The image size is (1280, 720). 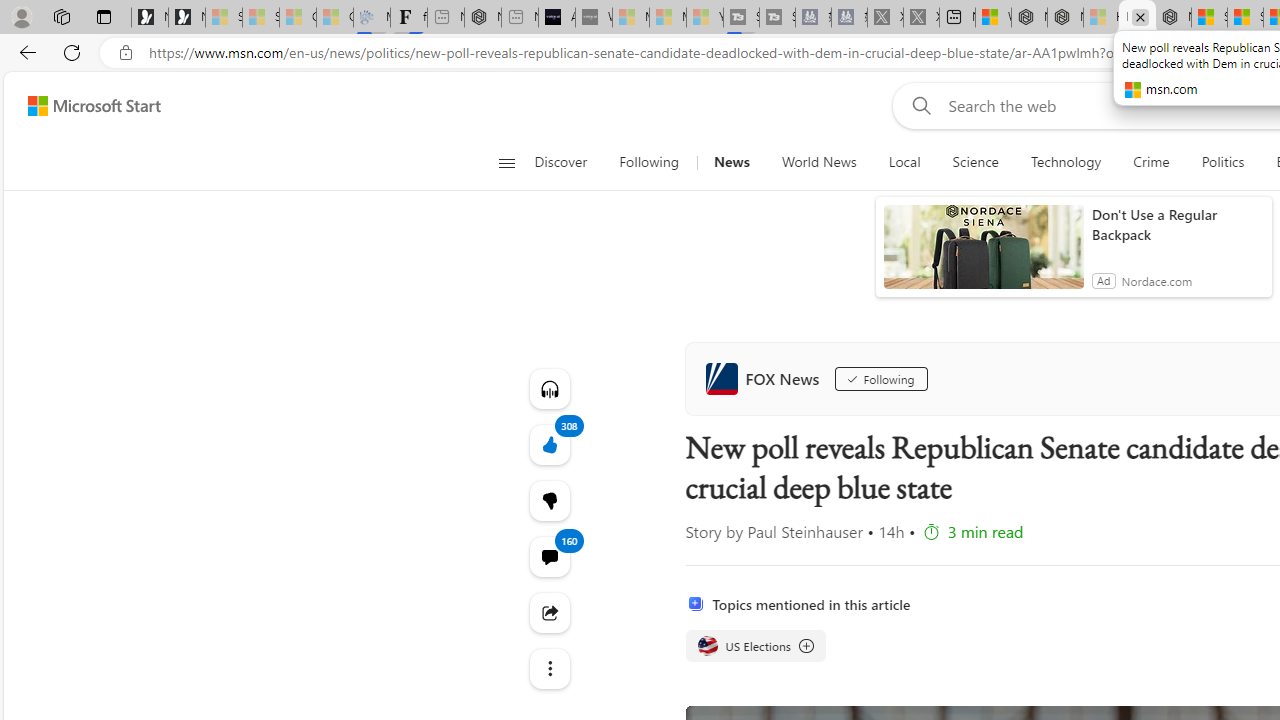 What do you see at coordinates (903, 162) in the screenshot?
I see `'Local'` at bounding box center [903, 162].